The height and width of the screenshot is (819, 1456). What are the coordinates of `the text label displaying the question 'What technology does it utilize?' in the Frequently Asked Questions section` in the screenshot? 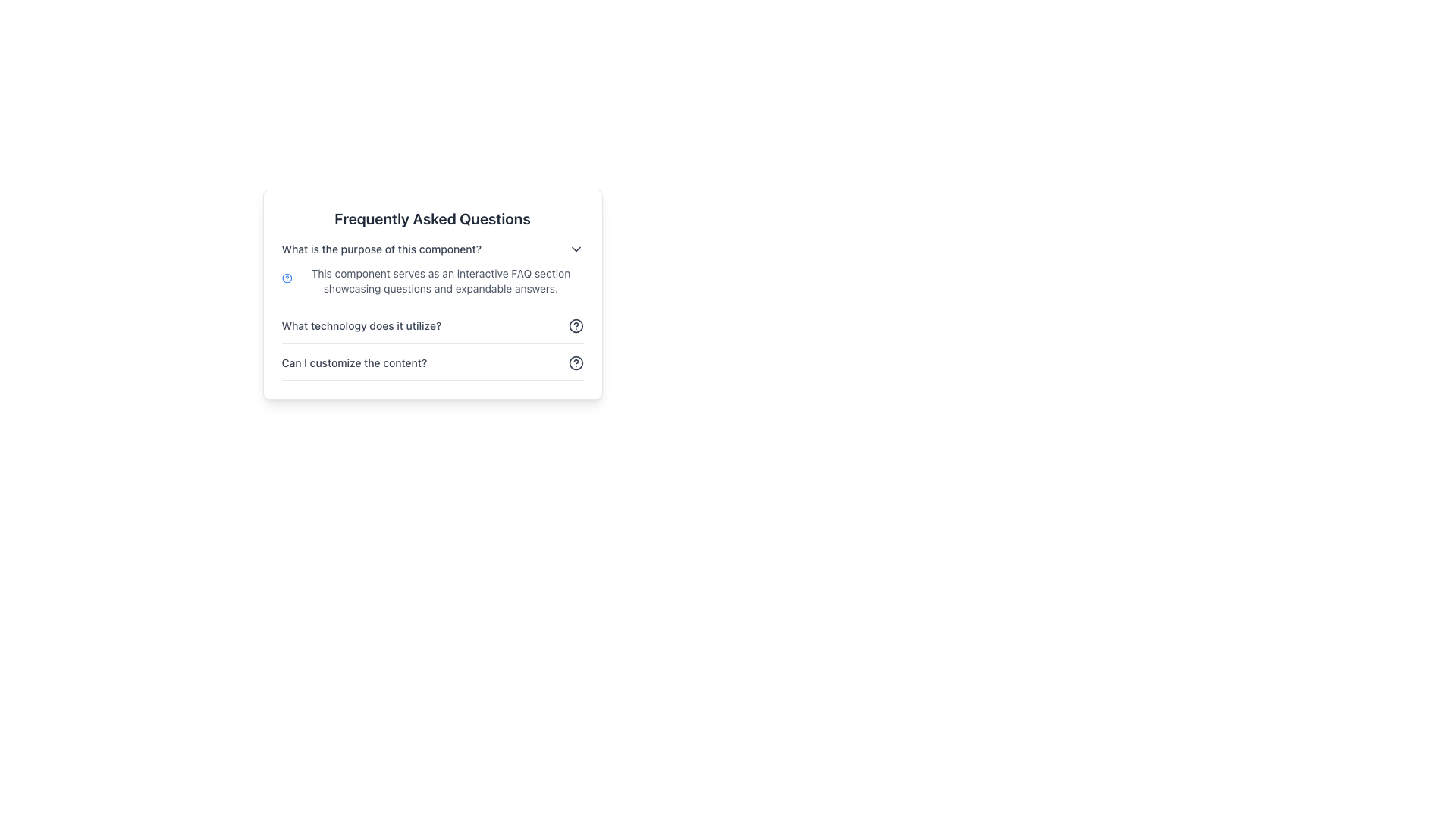 It's located at (360, 325).